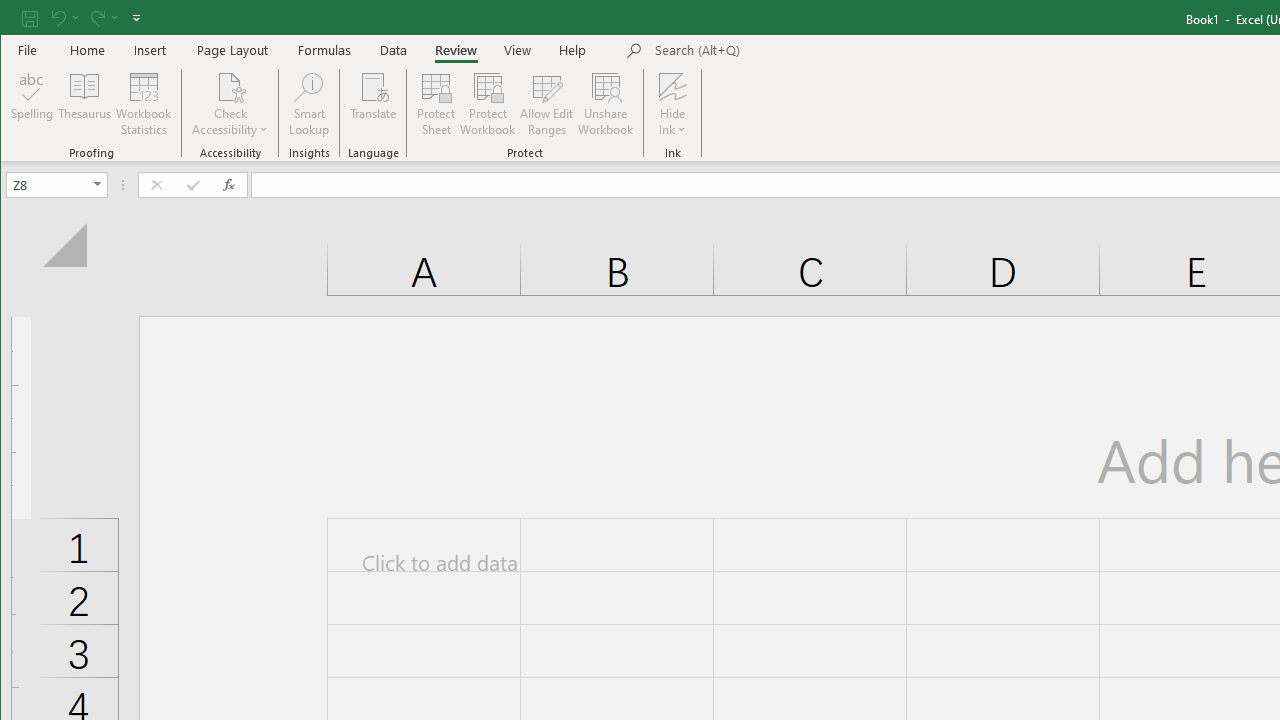 The image size is (1280, 720). Describe the element at coordinates (56, 185) in the screenshot. I see `'Name Box'` at that location.